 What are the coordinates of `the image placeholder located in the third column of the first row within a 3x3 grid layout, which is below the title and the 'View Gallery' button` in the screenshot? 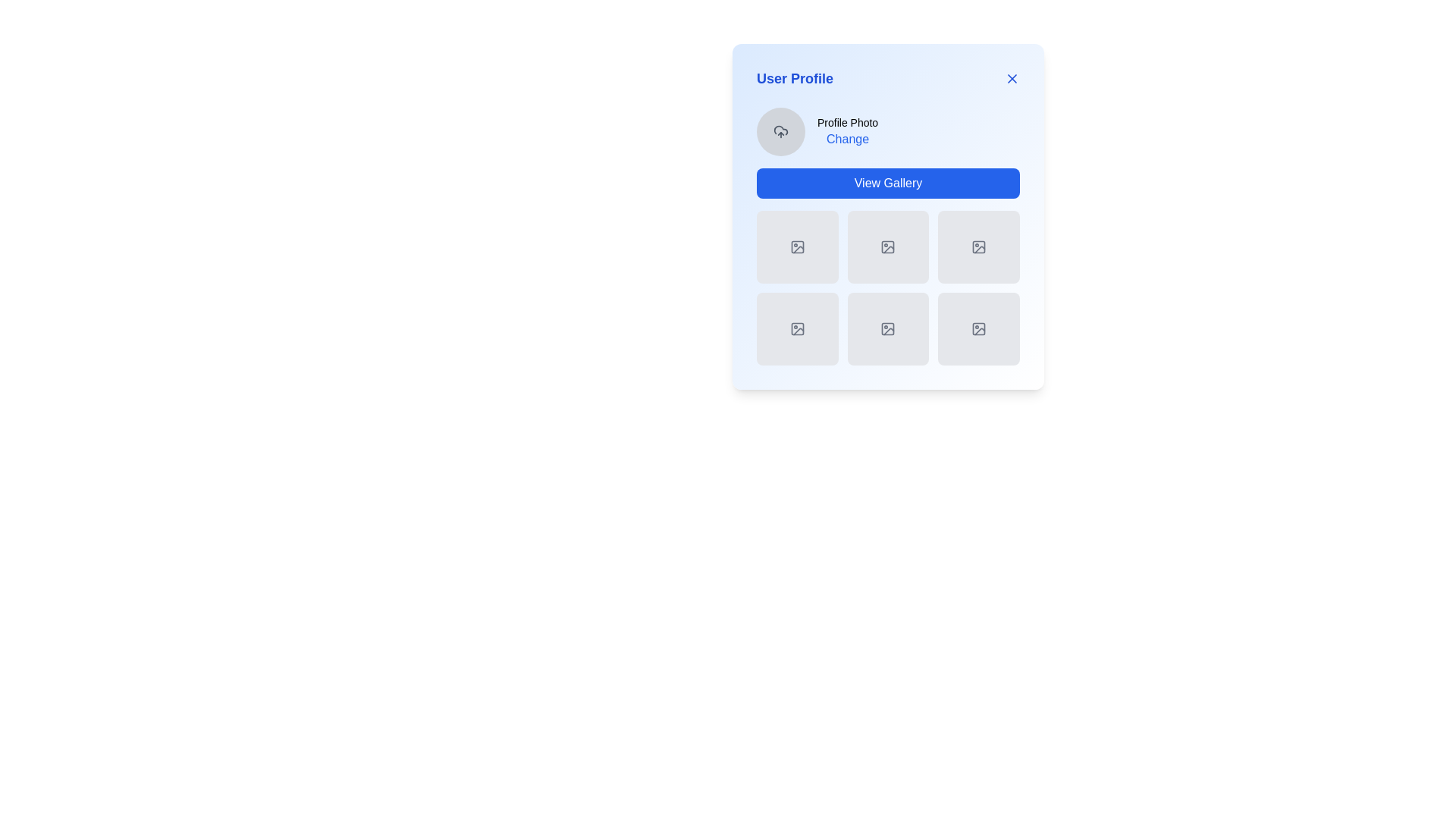 It's located at (979, 246).